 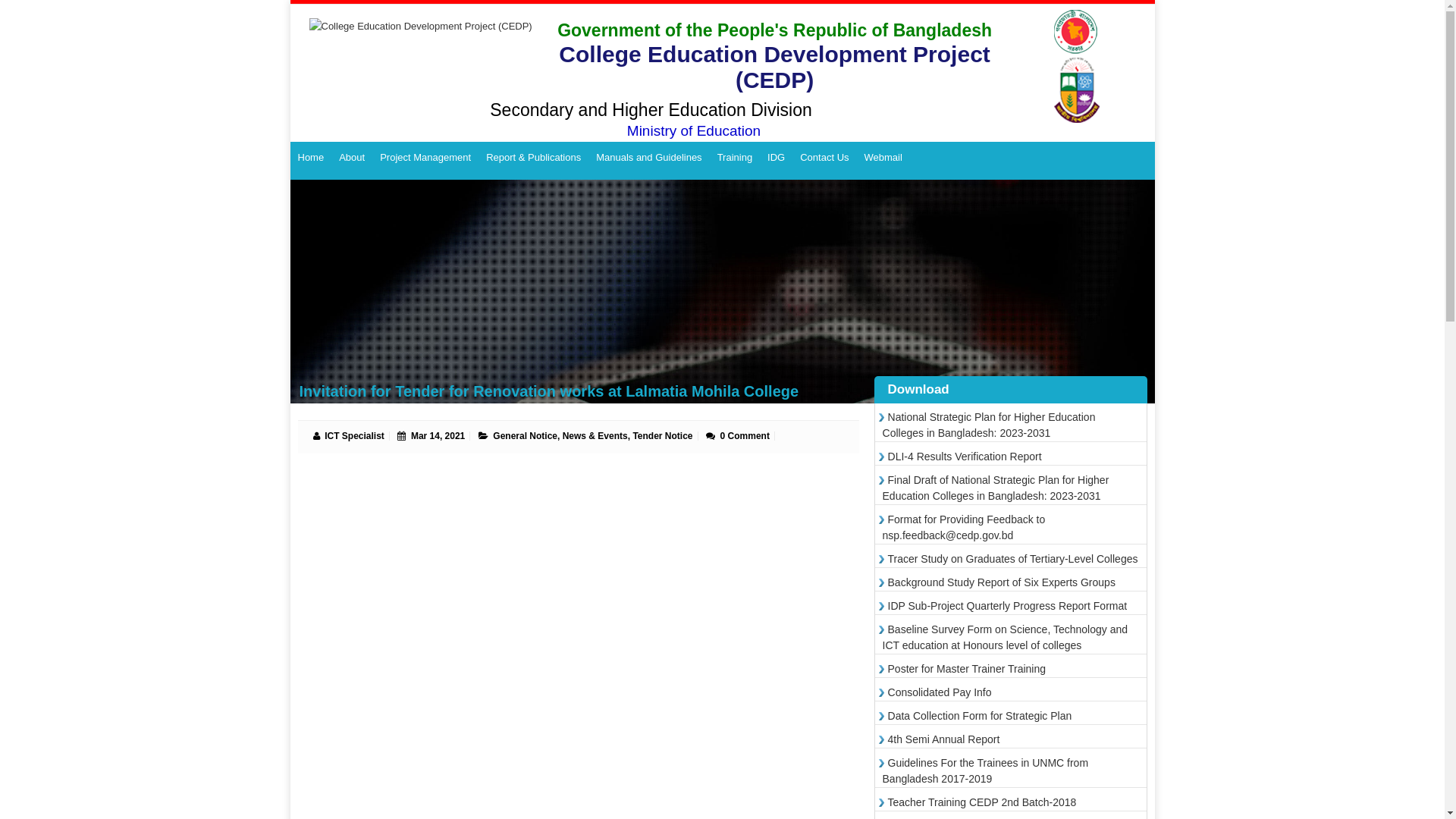 What do you see at coordinates (999, 581) in the screenshot?
I see `'Background Study Report of Six Experts Groups'` at bounding box center [999, 581].